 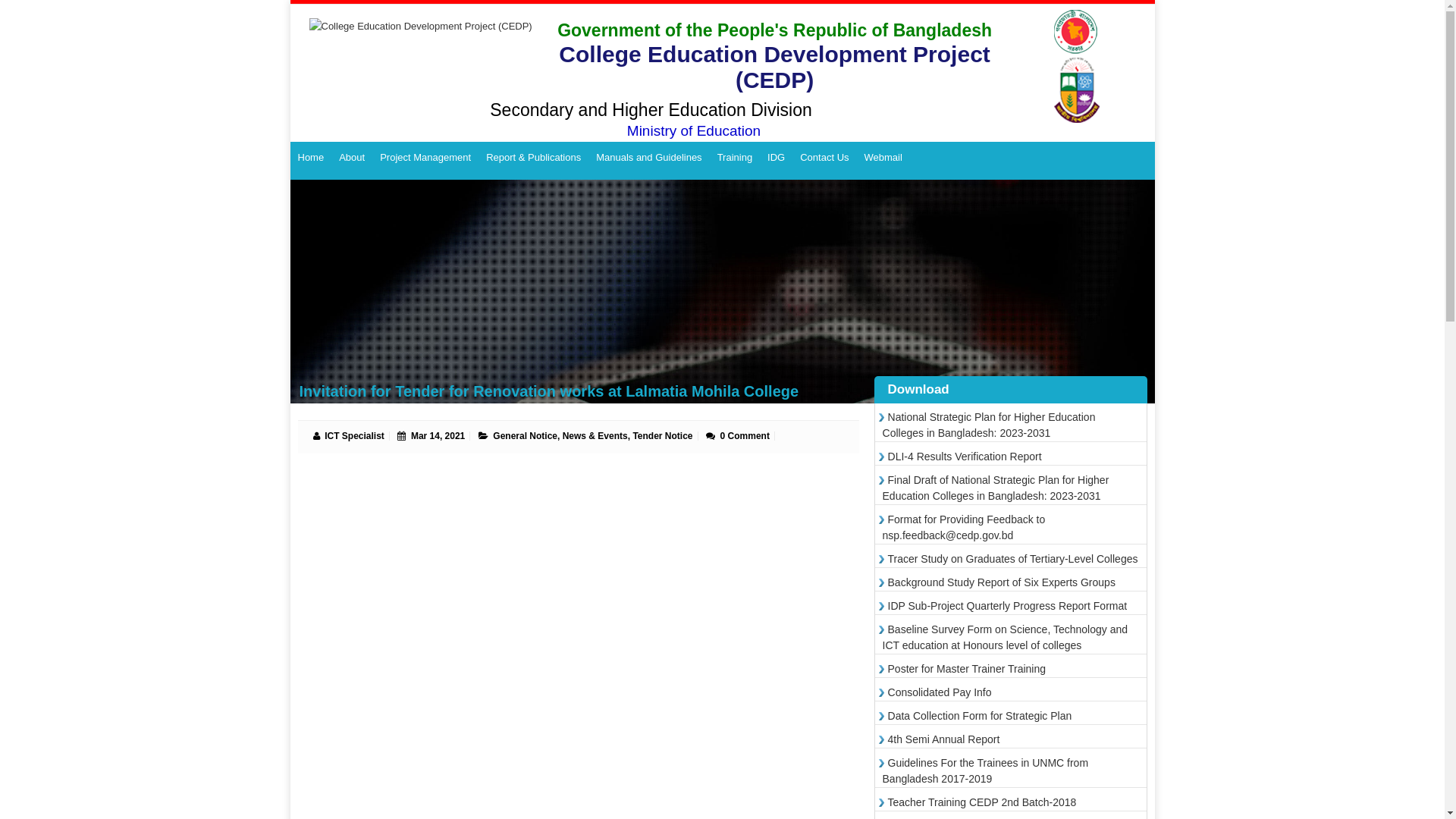 What do you see at coordinates (999, 581) in the screenshot?
I see `'Background Study Report of Six Experts Groups'` at bounding box center [999, 581].